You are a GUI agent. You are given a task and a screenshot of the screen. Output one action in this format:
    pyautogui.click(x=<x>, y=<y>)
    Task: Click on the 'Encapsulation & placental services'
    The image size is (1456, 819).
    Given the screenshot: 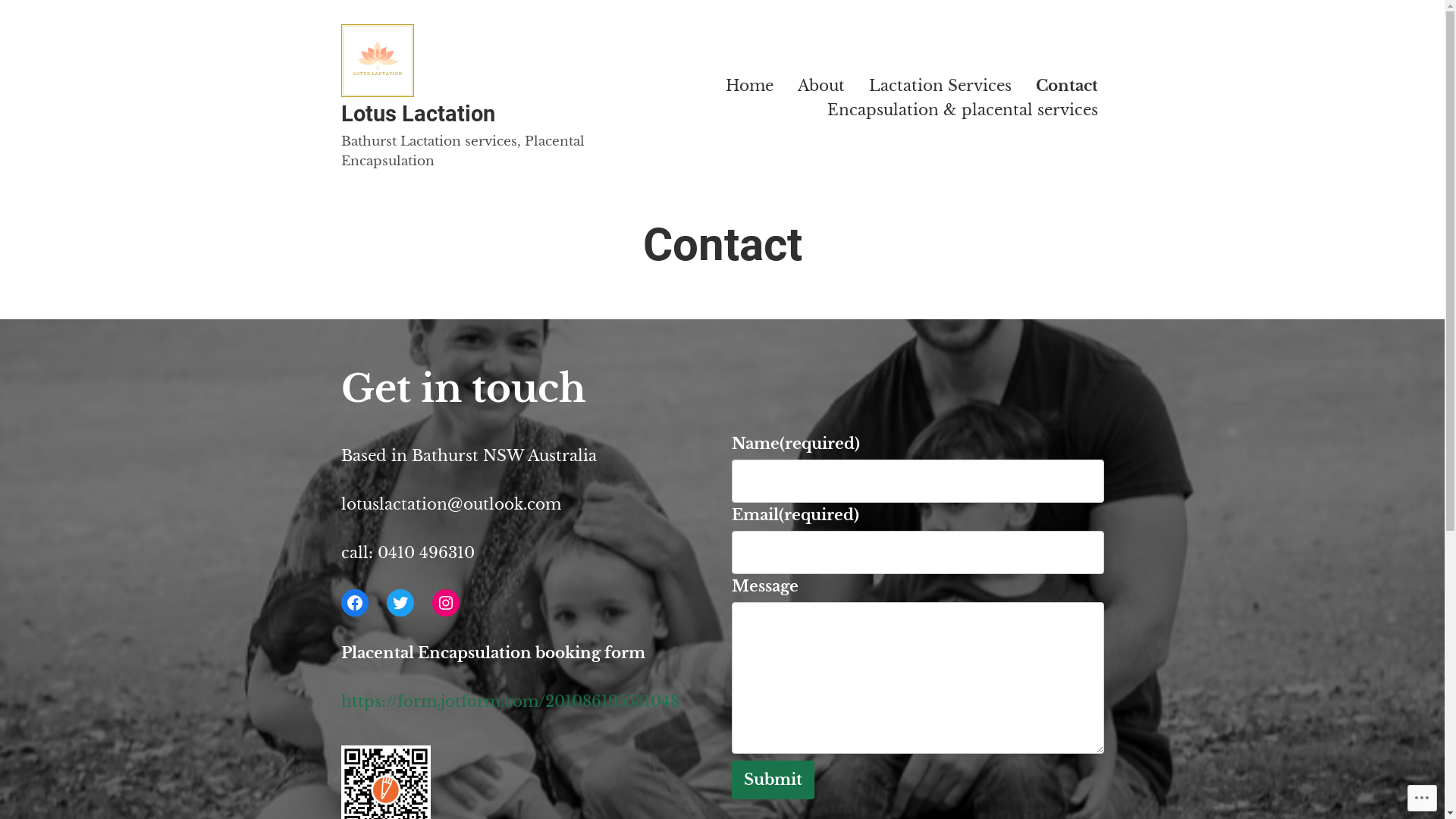 What is the action you would take?
    pyautogui.click(x=961, y=108)
    